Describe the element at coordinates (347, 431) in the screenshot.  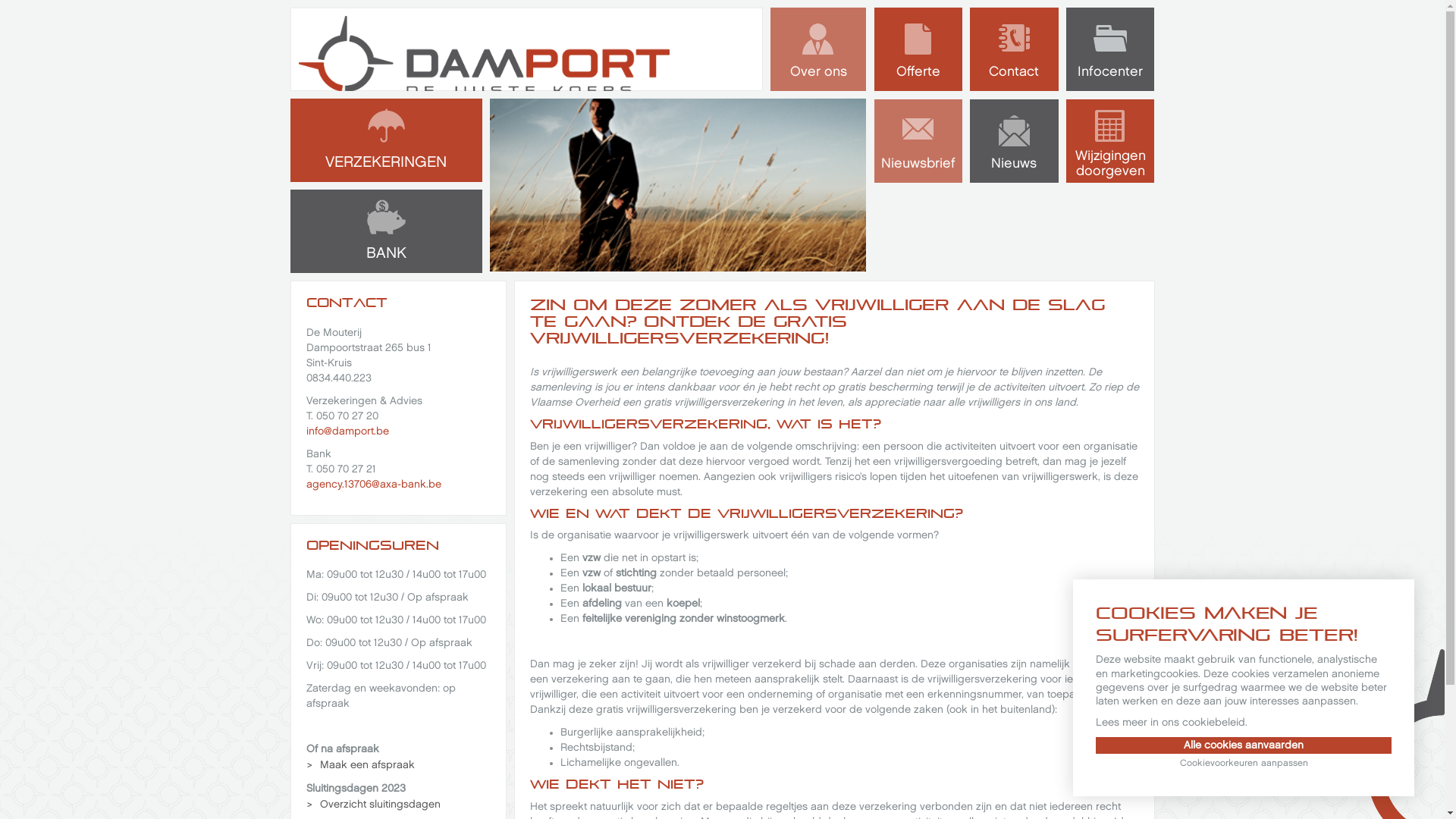
I see `'info@damport.be'` at that location.